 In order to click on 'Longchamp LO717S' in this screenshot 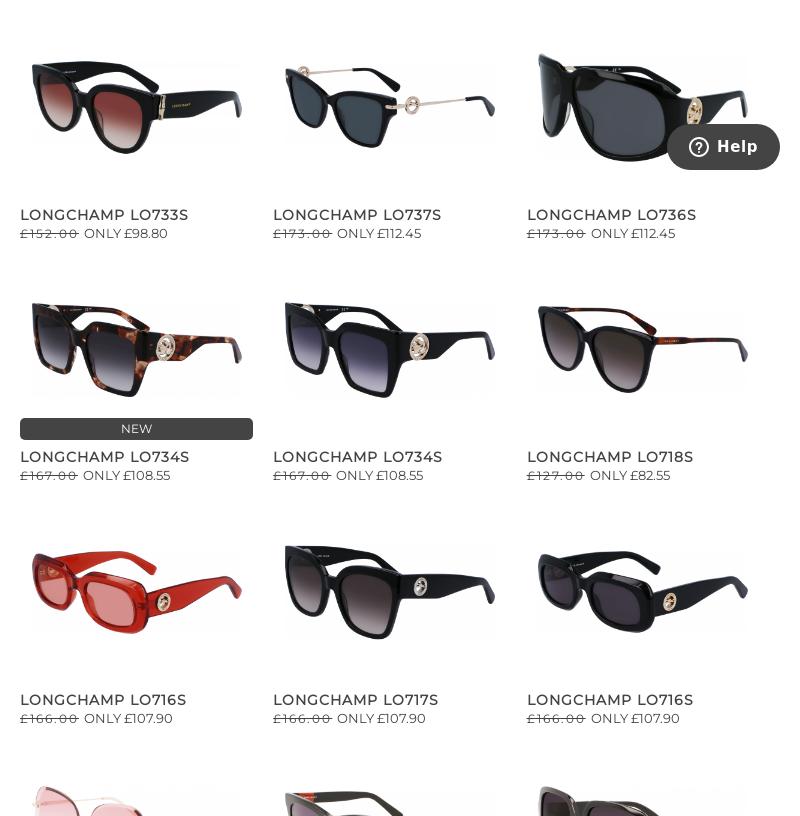, I will do `click(356, 698)`.